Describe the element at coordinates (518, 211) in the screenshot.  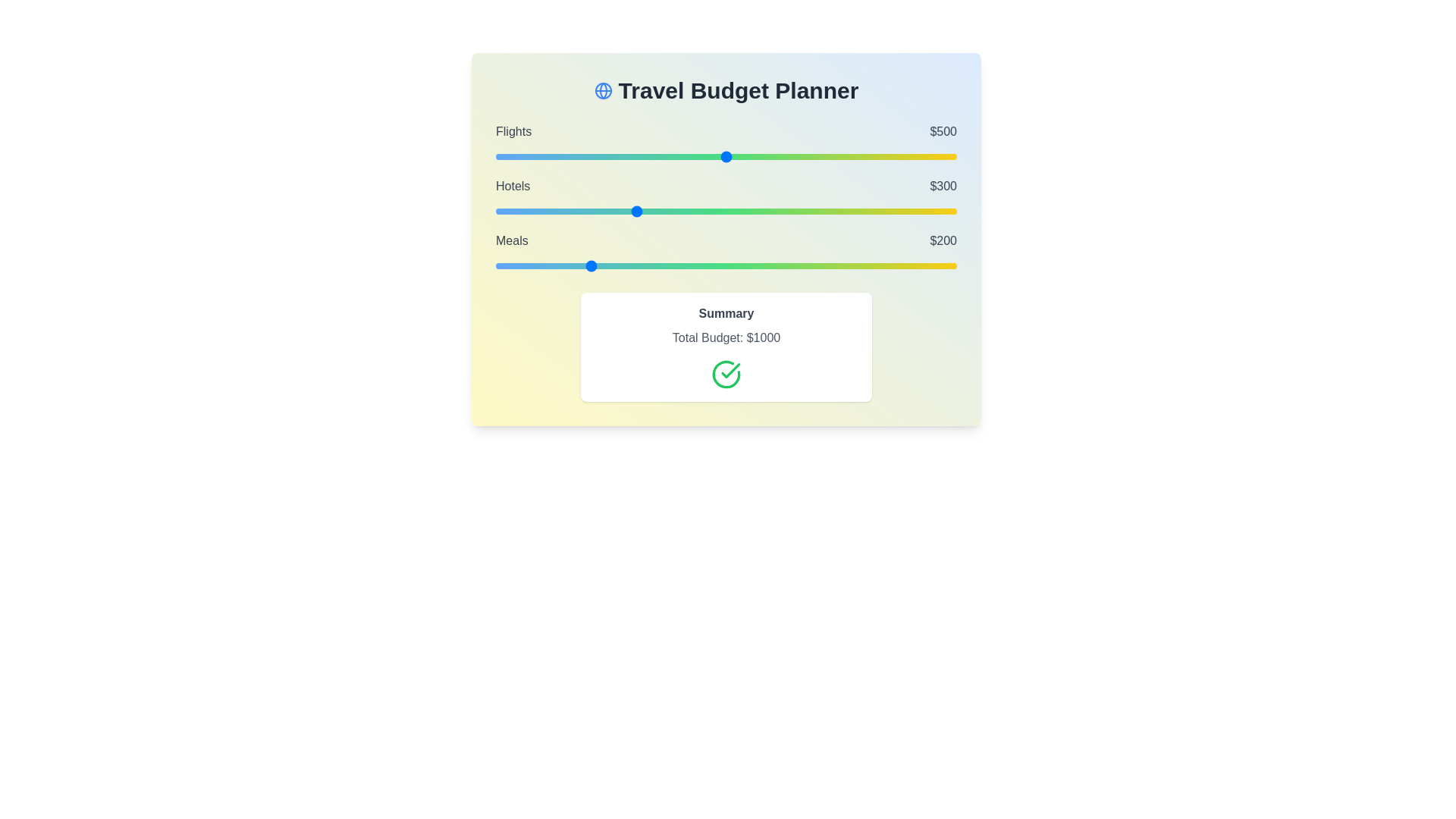
I see `the 'Hotels' slider to 49` at that location.